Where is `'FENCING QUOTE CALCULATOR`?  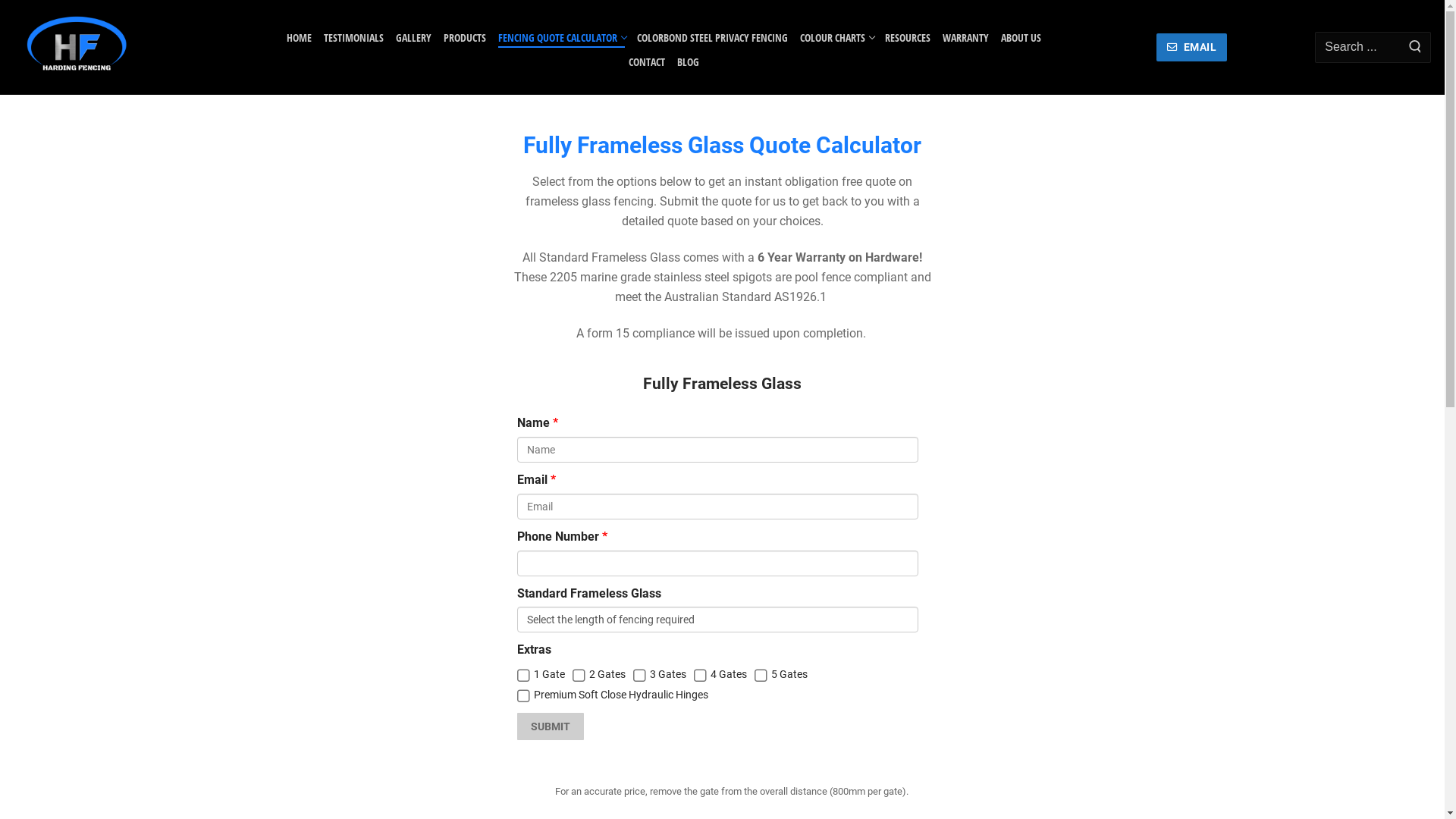
'FENCING QUOTE CALCULATOR is located at coordinates (560, 33).